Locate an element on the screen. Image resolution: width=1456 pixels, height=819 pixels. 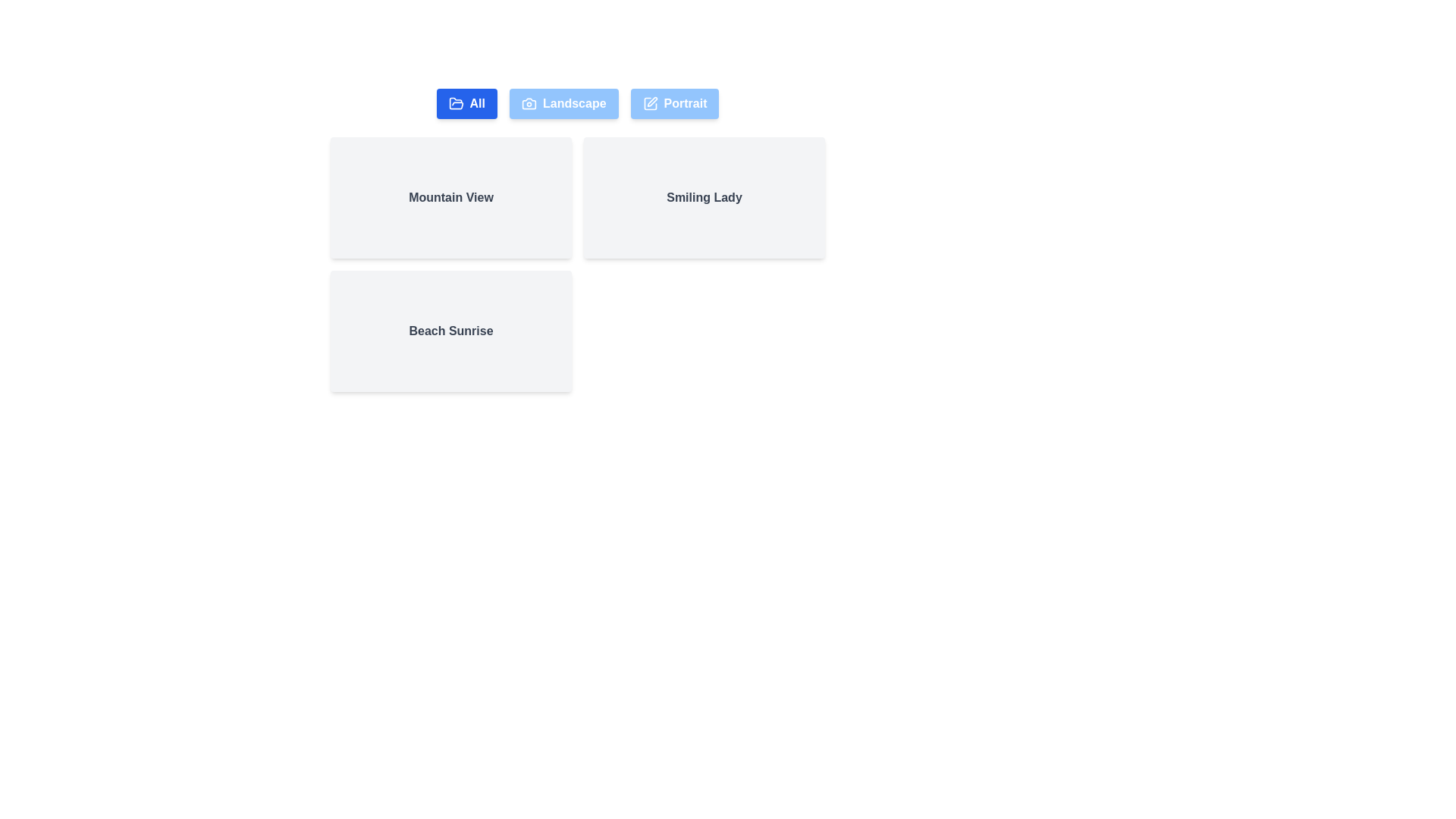
the photo card labeled Beach Sunrise to focus on it is located at coordinates (450, 330).